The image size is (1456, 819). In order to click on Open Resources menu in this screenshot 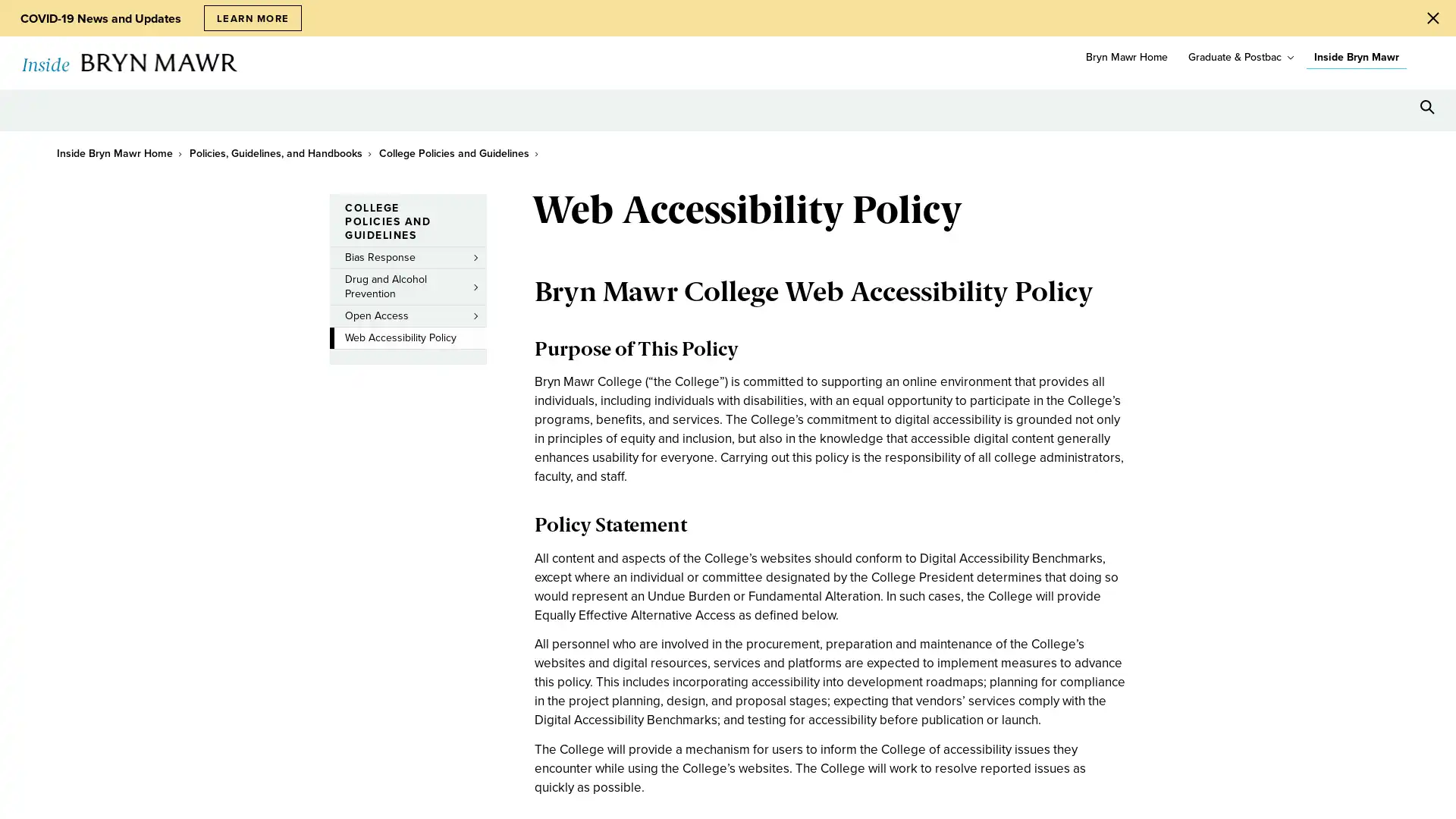, I will do `click(1388, 105)`.